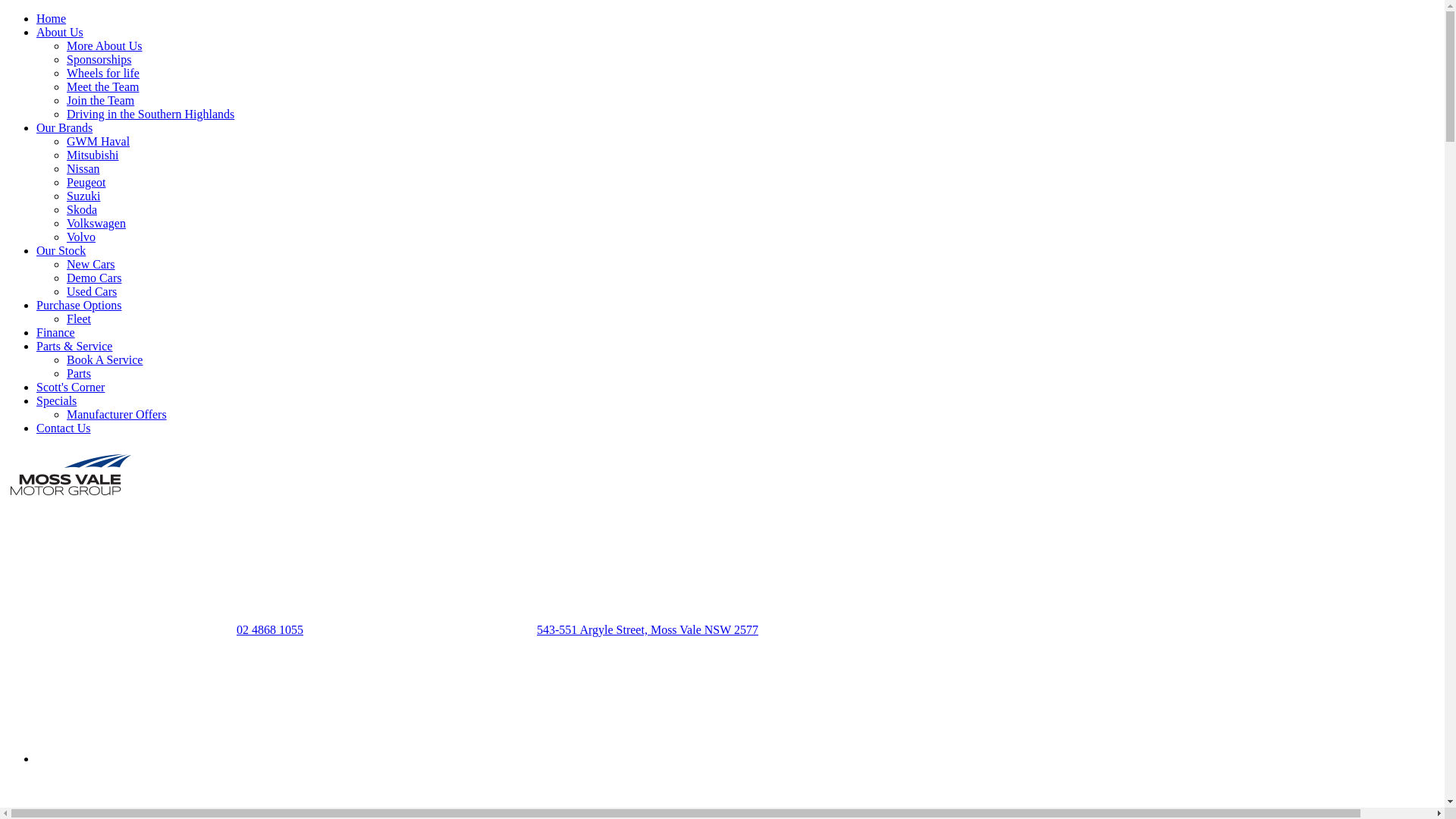 The image size is (1456, 819). Describe the element at coordinates (86, 181) in the screenshot. I see `'Peugeot'` at that location.